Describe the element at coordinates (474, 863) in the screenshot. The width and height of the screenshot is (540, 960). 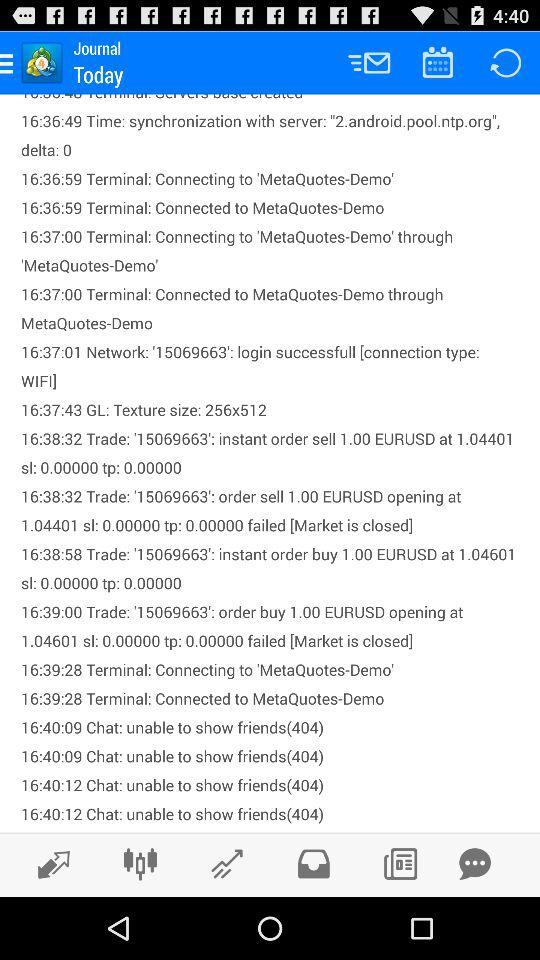
I see `share` at that location.